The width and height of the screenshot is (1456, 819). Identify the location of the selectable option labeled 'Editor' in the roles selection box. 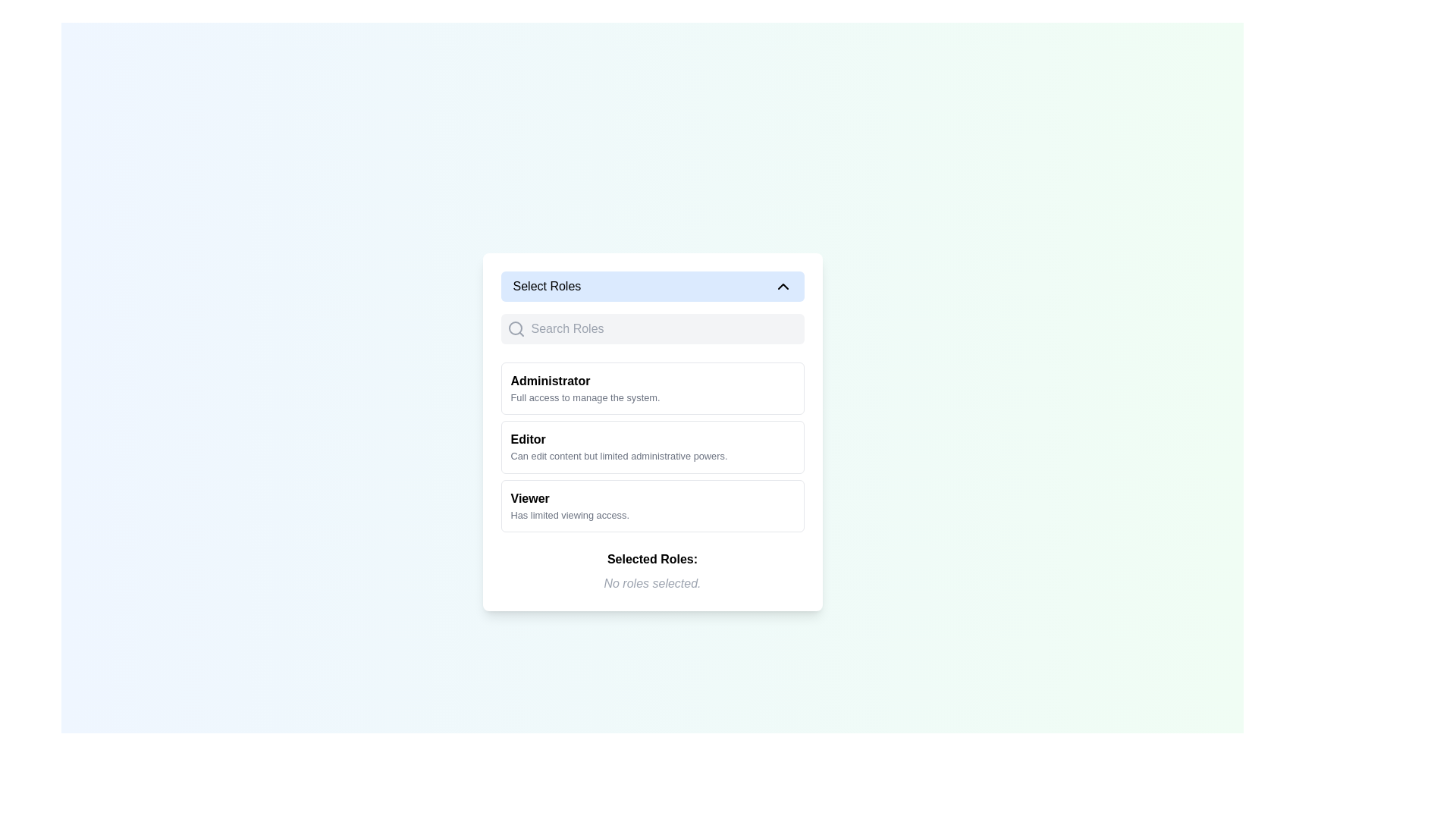
(652, 432).